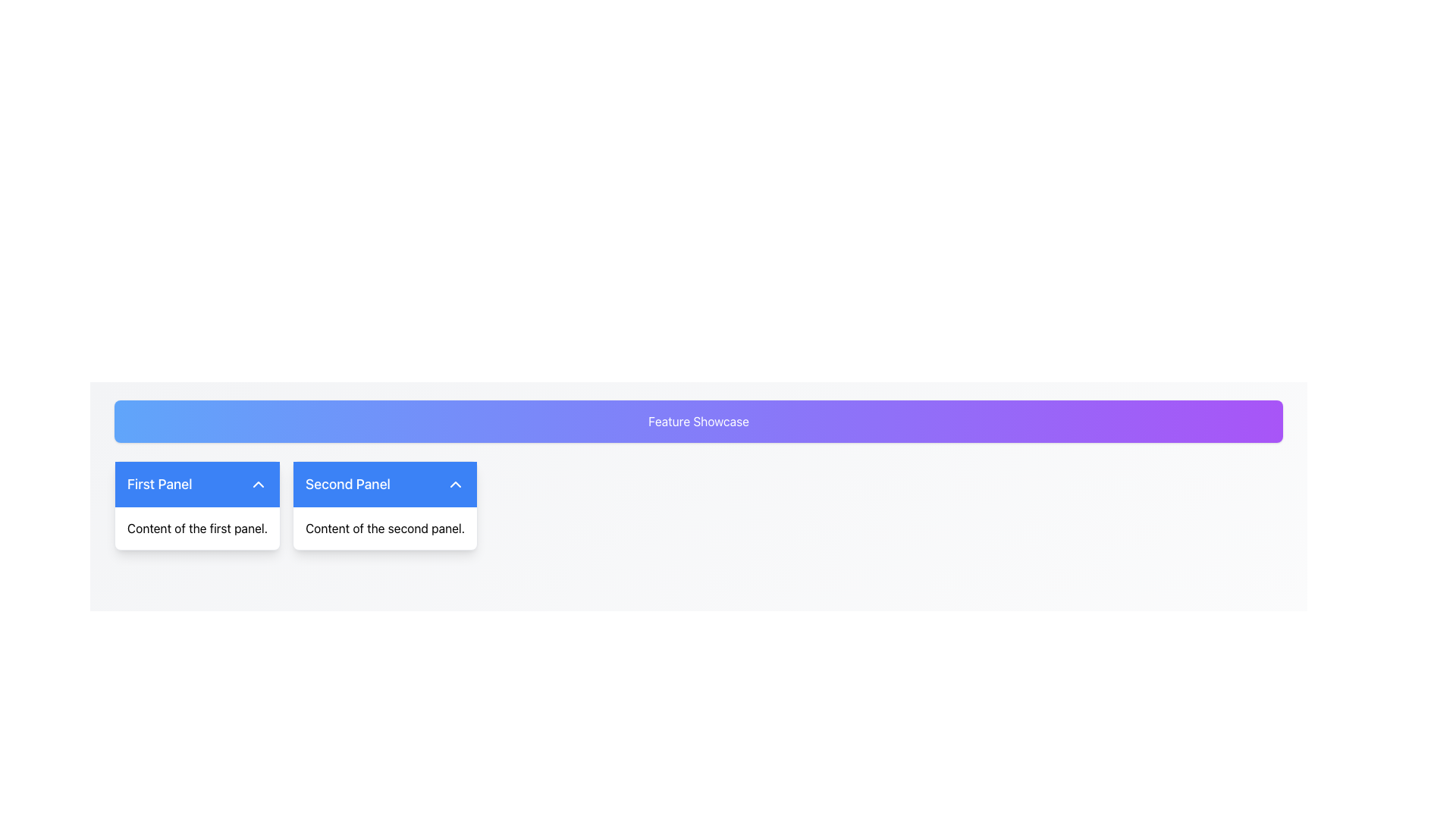  I want to click on the chevron icon located in the top-right section of the 'First Panel' header, so click(258, 485).